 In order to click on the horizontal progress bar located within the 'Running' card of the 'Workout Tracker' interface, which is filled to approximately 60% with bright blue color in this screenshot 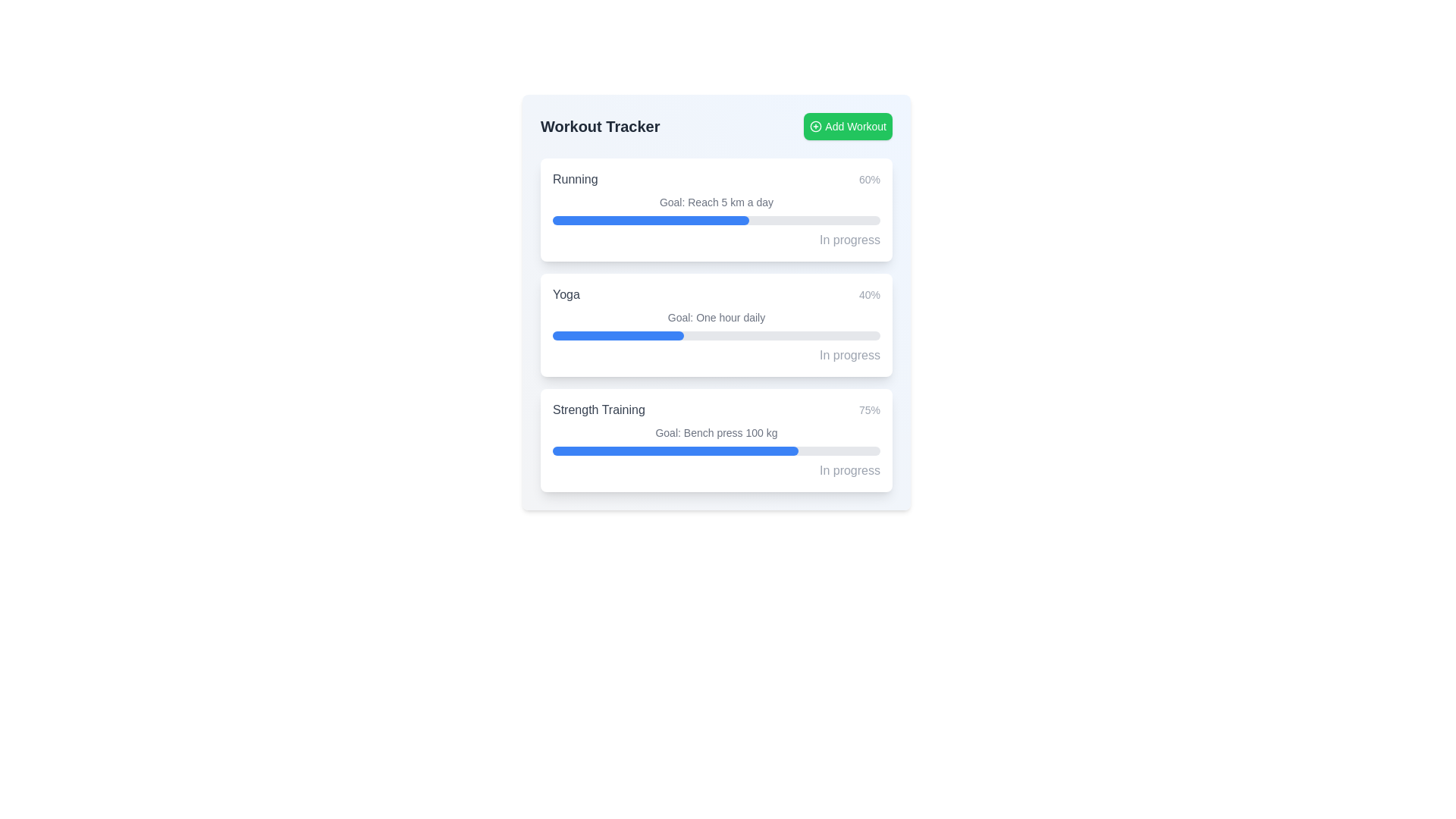, I will do `click(716, 220)`.